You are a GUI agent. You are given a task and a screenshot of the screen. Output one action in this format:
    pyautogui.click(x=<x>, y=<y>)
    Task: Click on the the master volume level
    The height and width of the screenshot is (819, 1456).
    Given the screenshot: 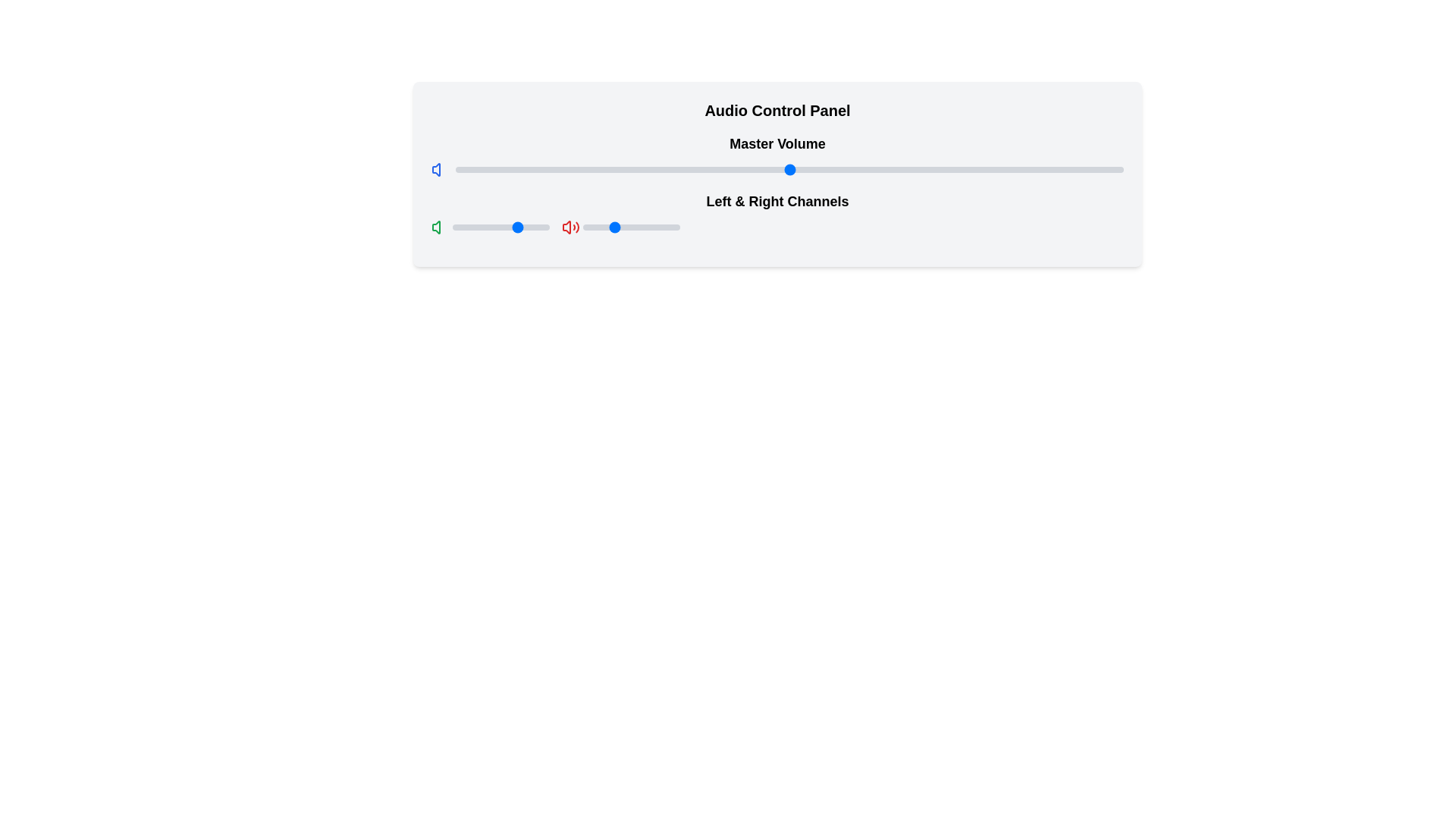 What is the action you would take?
    pyautogui.click(x=663, y=169)
    